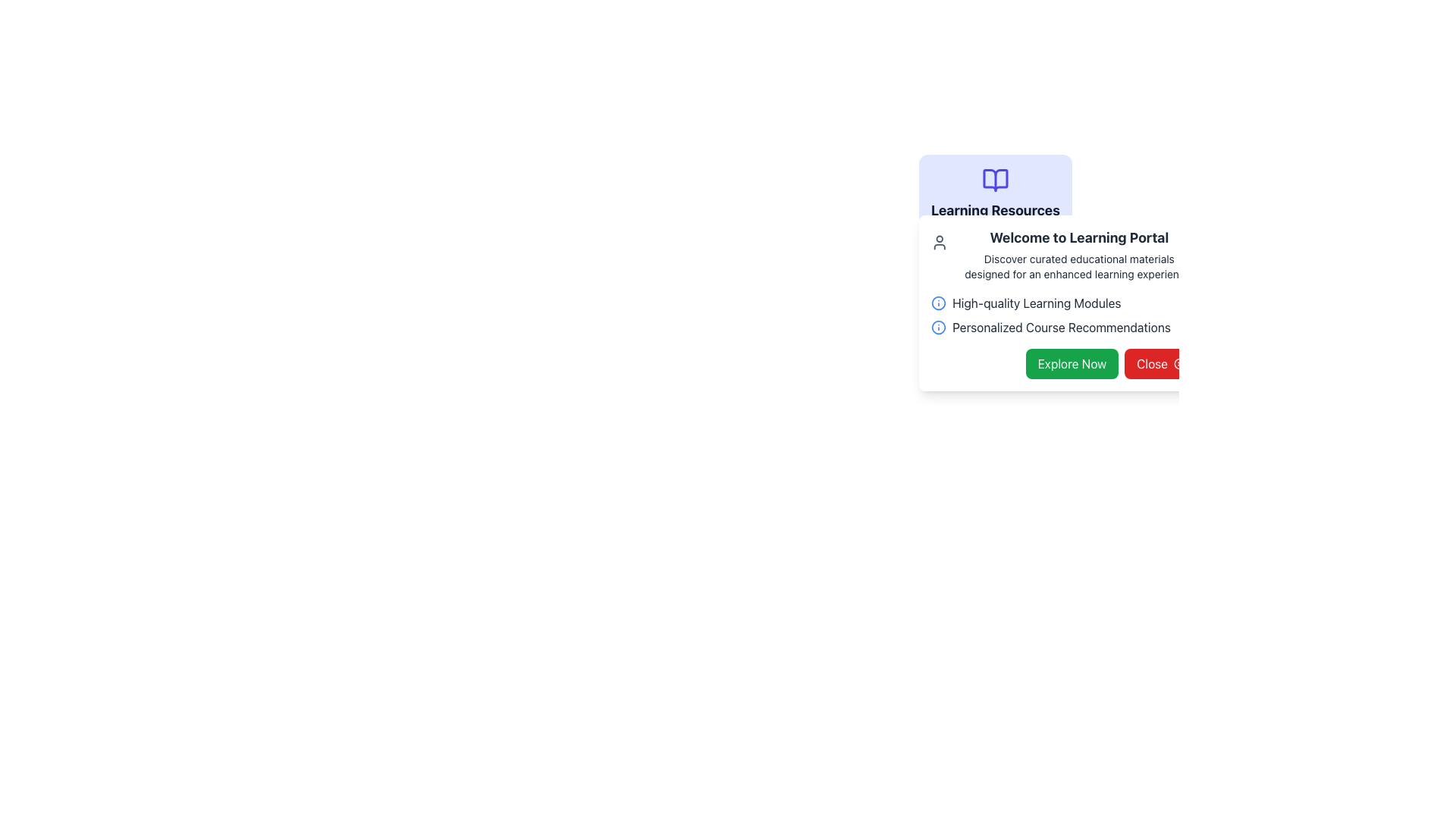 The width and height of the screenshot is (1456, 819). Describe the element at coordinates (995, 193) in the screenshot. I see `the Header component at the top center of the white dialog box that conveys the theme or title of the displayed learning resources` at that location.